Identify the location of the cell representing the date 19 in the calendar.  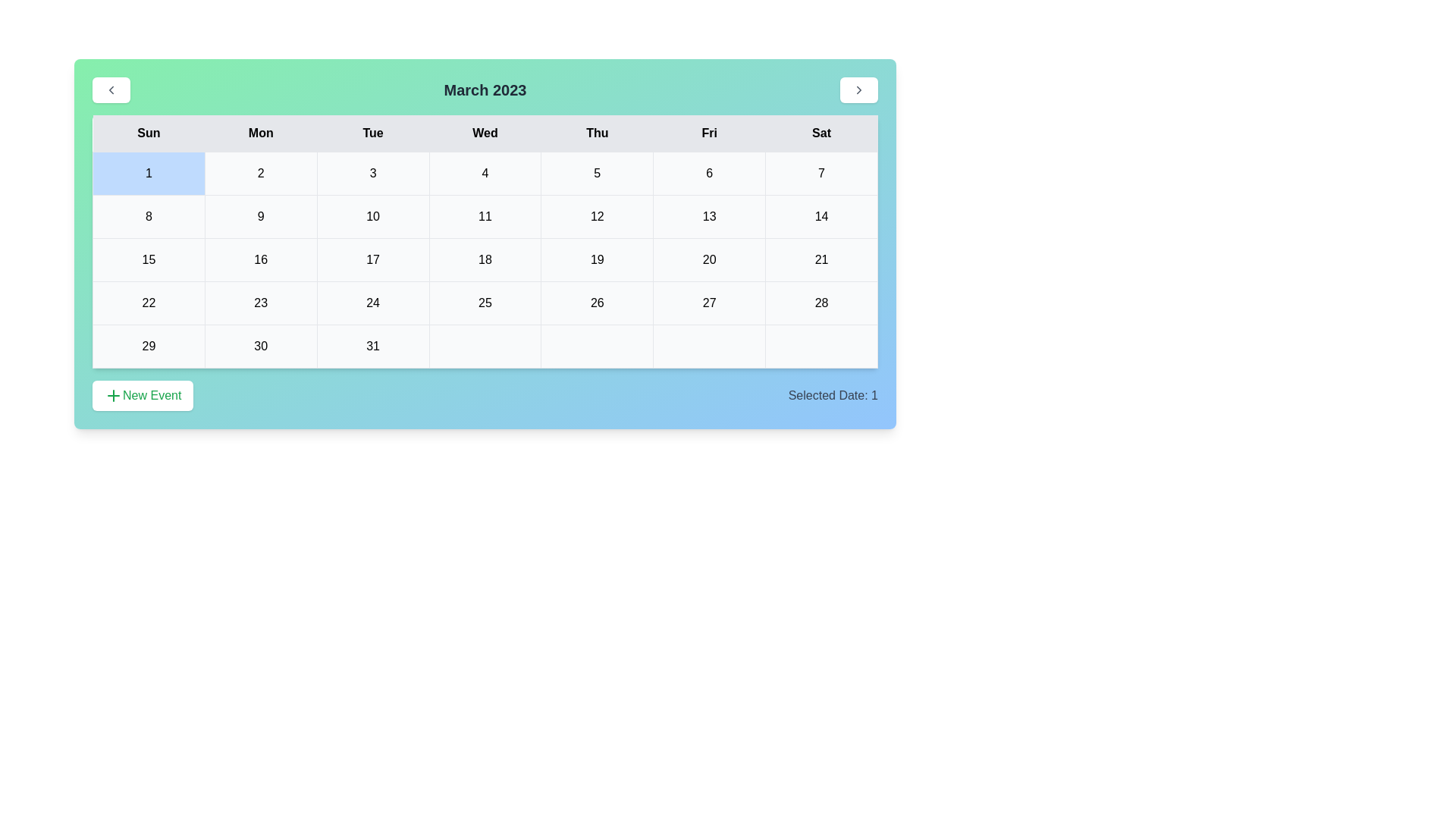
(596, 259).